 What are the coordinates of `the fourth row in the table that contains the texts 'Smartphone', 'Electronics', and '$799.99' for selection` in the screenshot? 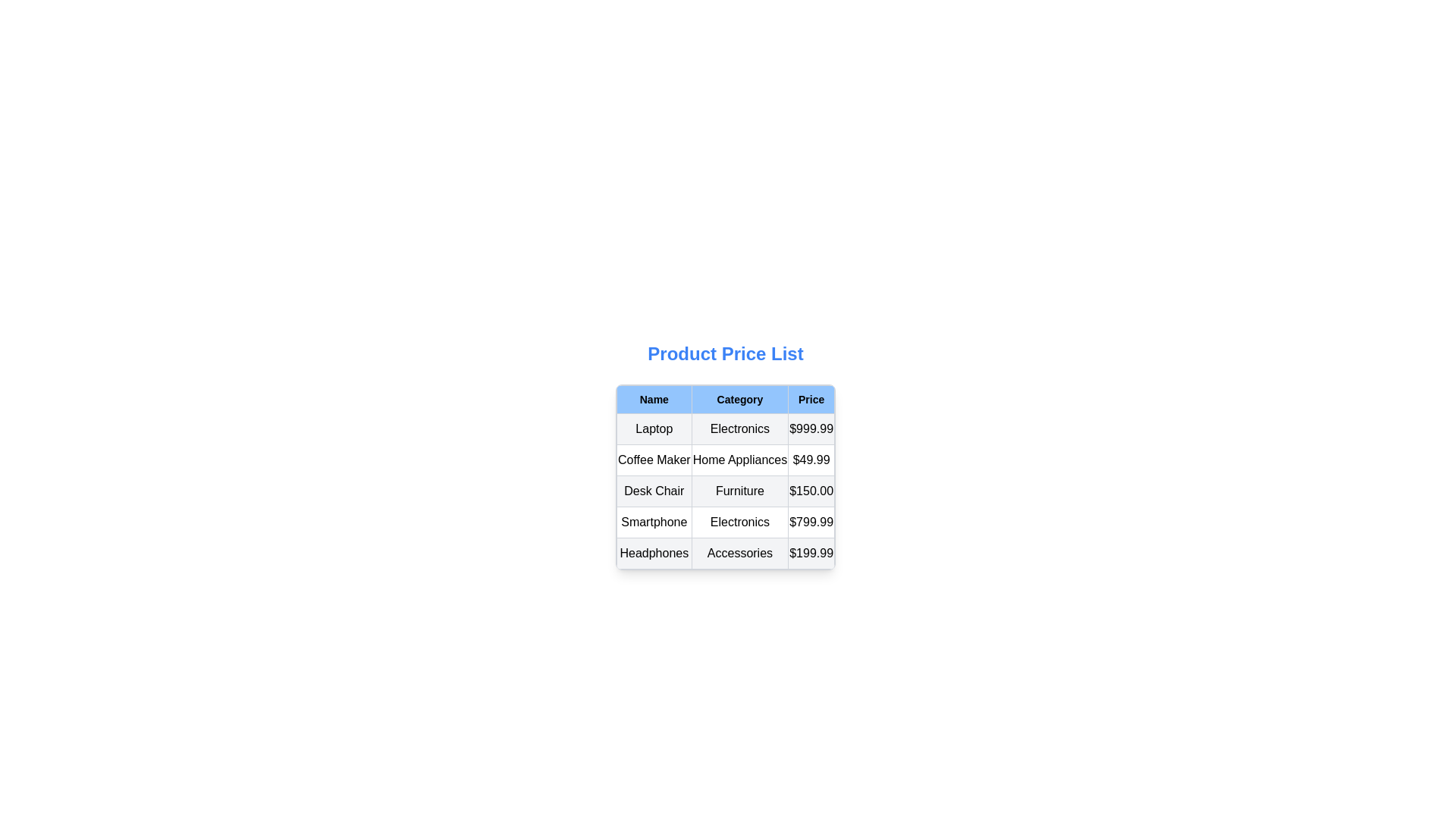 It's located at (724, 522).